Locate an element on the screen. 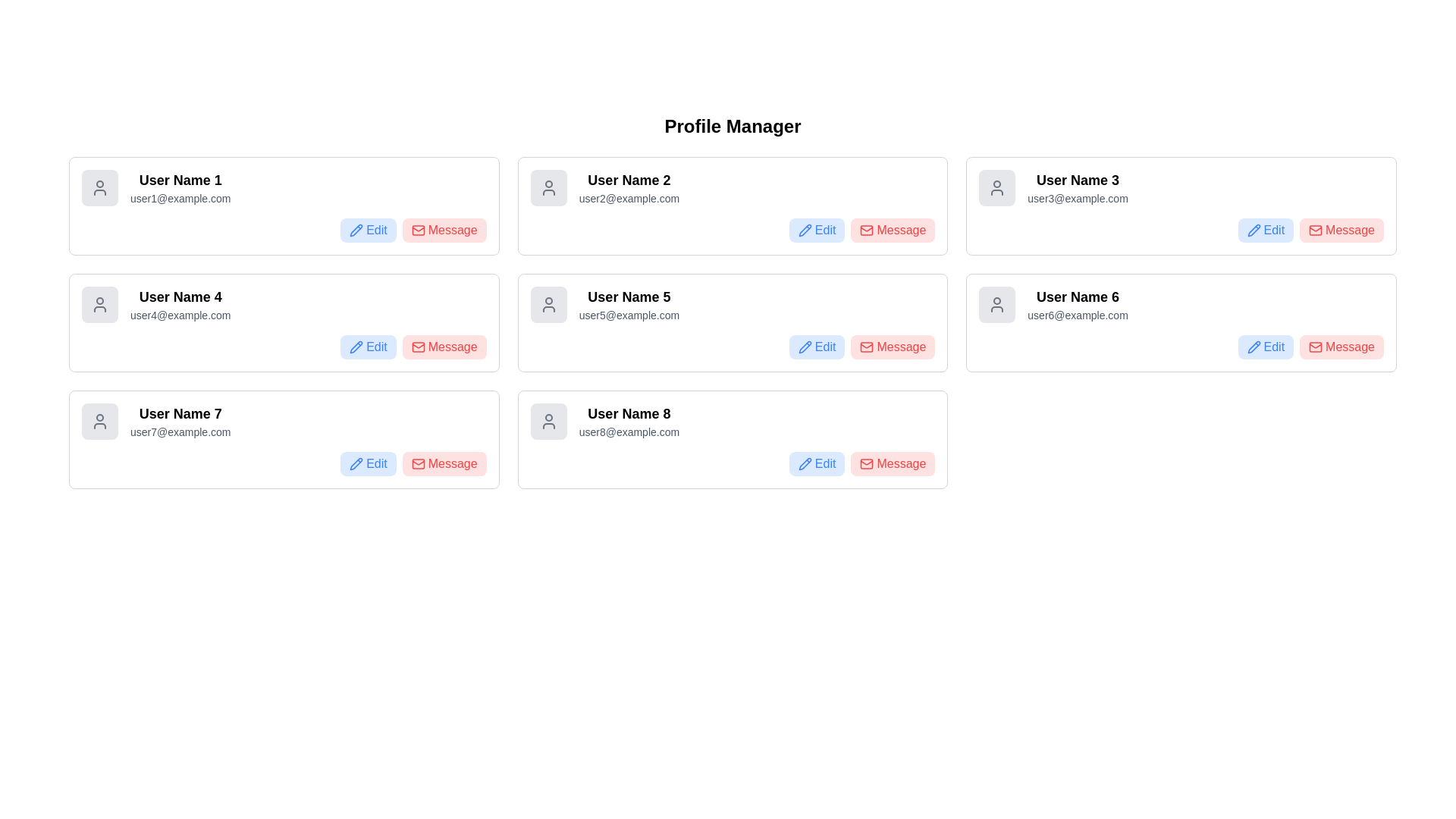 The height and width of the screenshot is (819, 1456). the user profile icon representing 'User Name 4' in the second card of the first column is located at coordinates (99, 304).